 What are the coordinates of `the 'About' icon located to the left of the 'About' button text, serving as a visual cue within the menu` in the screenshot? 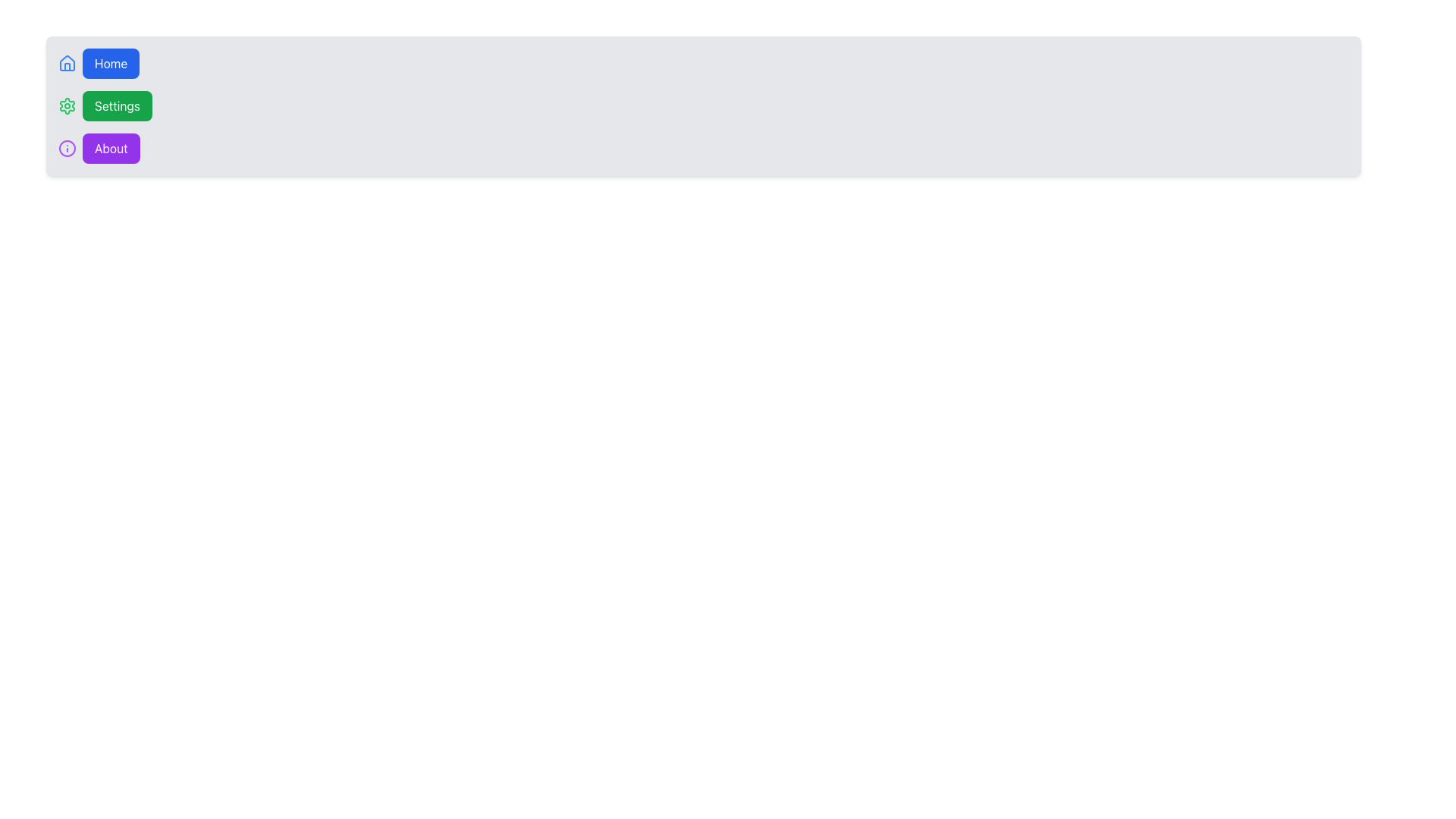 It's located at (67, 149).